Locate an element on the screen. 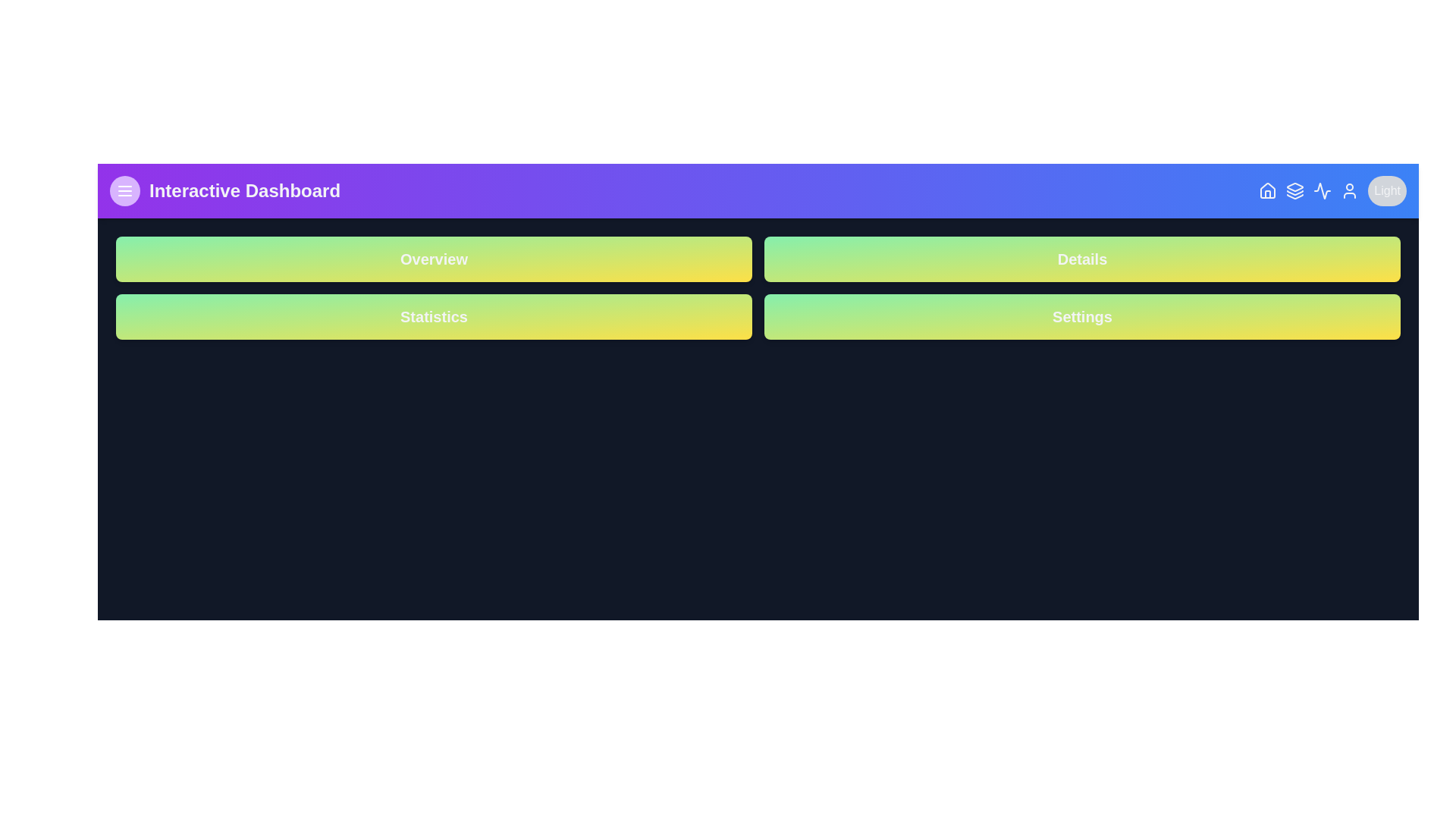 This screenshot has width=1456, height=819. the button to navigate to the Overview section is located at coordinates (433, 259).